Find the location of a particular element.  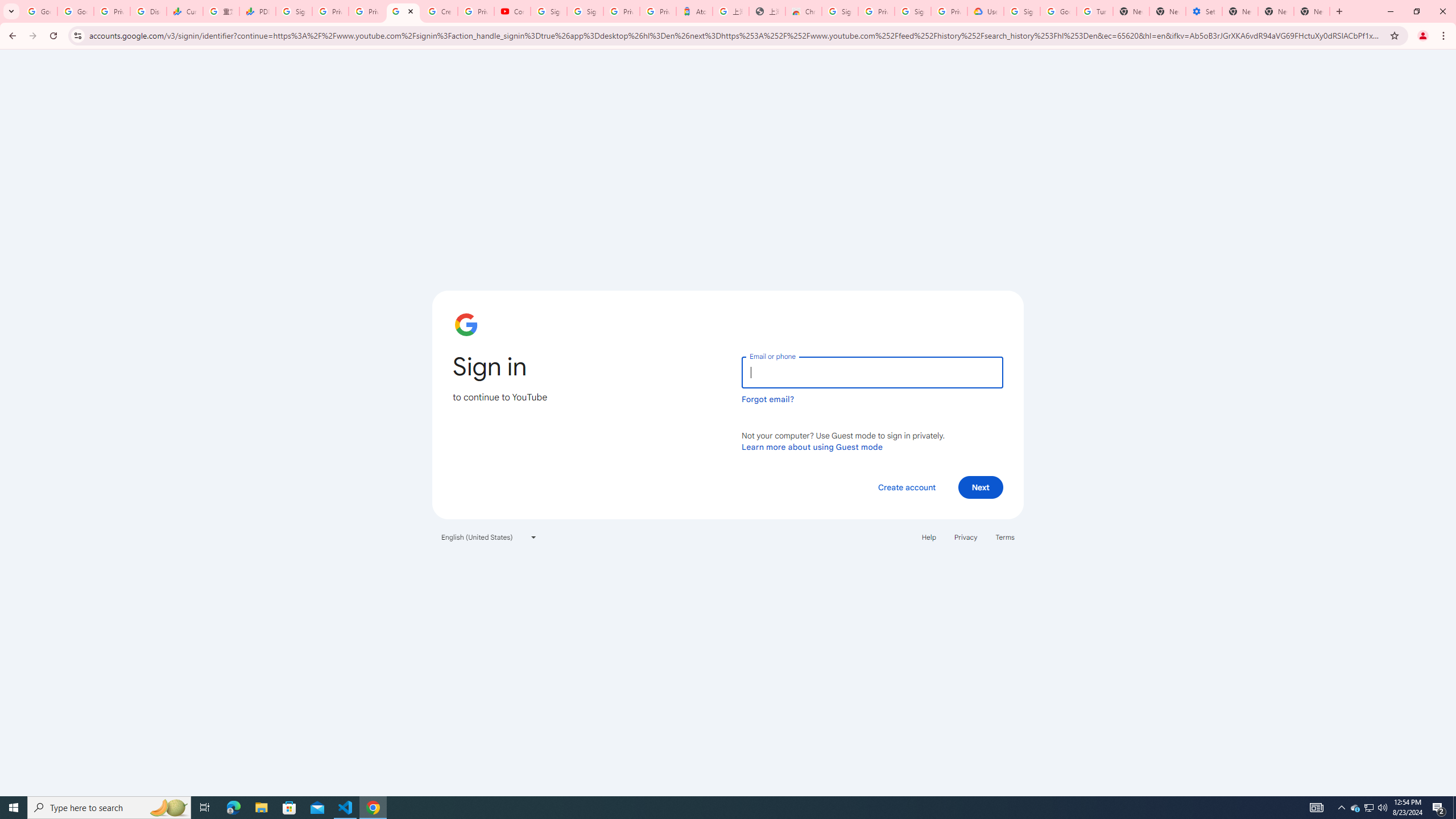

'Next' is located at coordinates (981, 486).